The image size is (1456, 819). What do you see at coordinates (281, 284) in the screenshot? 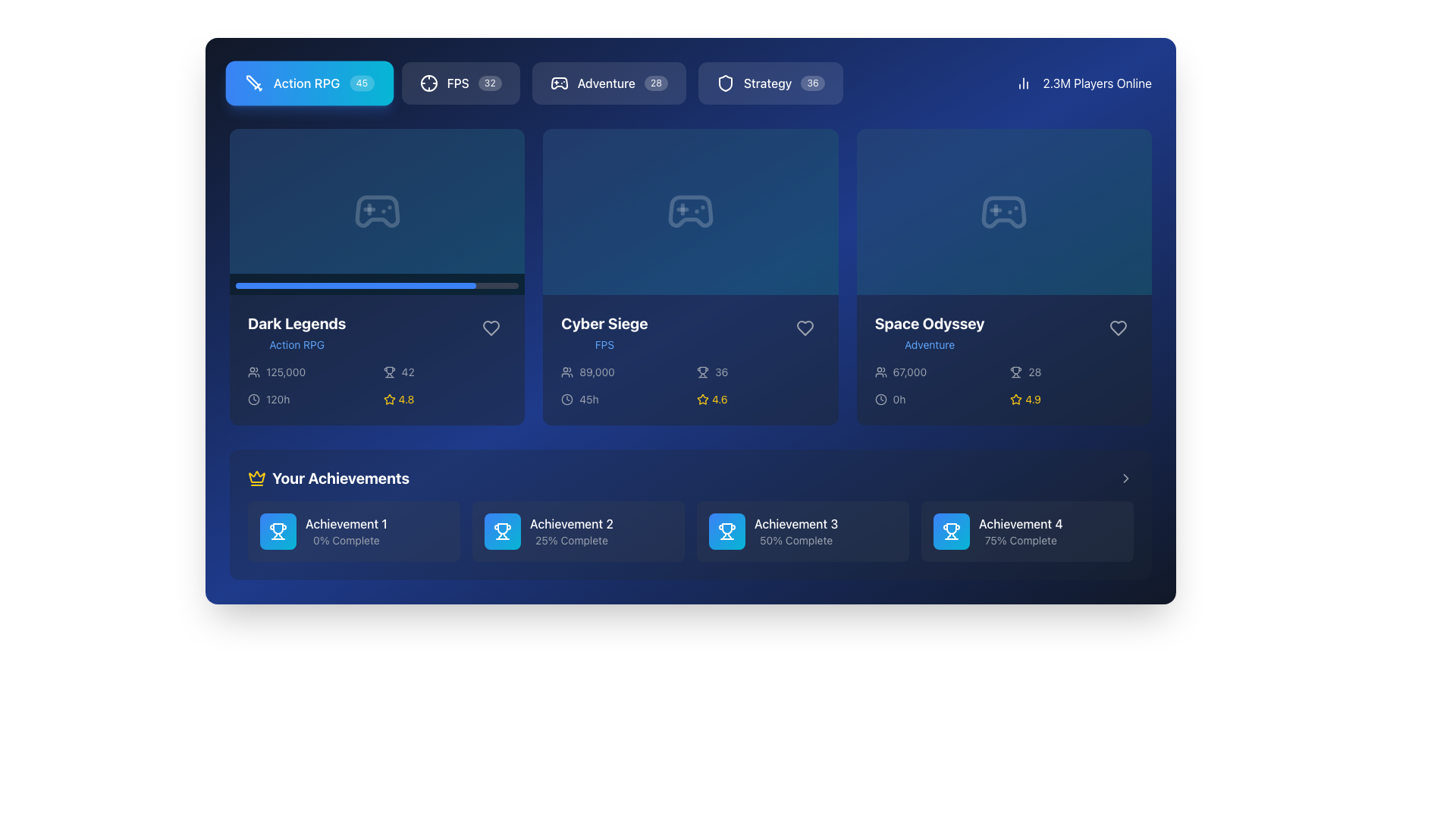
I see `the progress bar` at bounding box center [281, 284].